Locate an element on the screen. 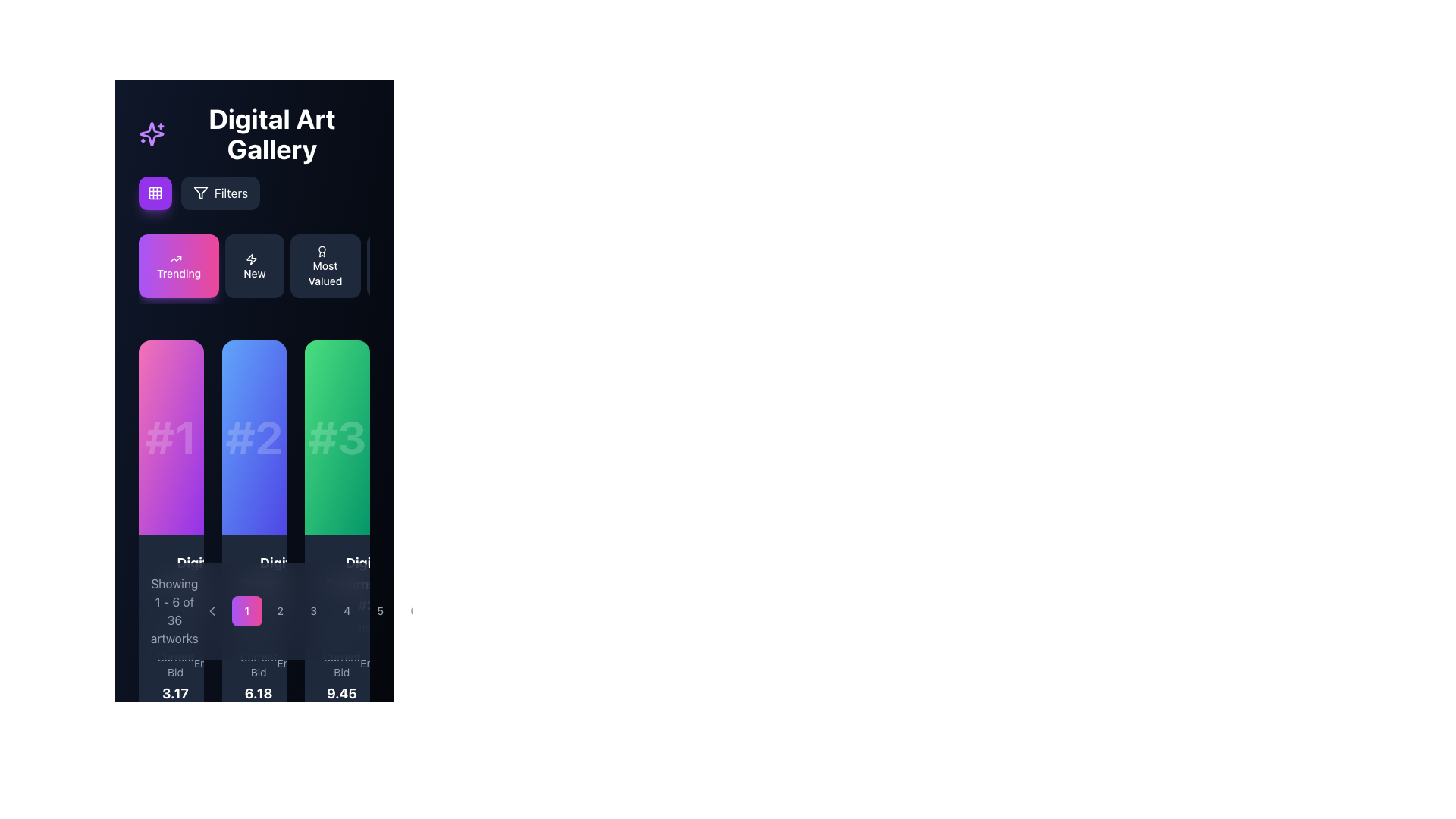  the static text display indicating the sequence number '#3', which is part of the third green card in a series of vertically elongated rectangles is located at coordinates (337, 438).